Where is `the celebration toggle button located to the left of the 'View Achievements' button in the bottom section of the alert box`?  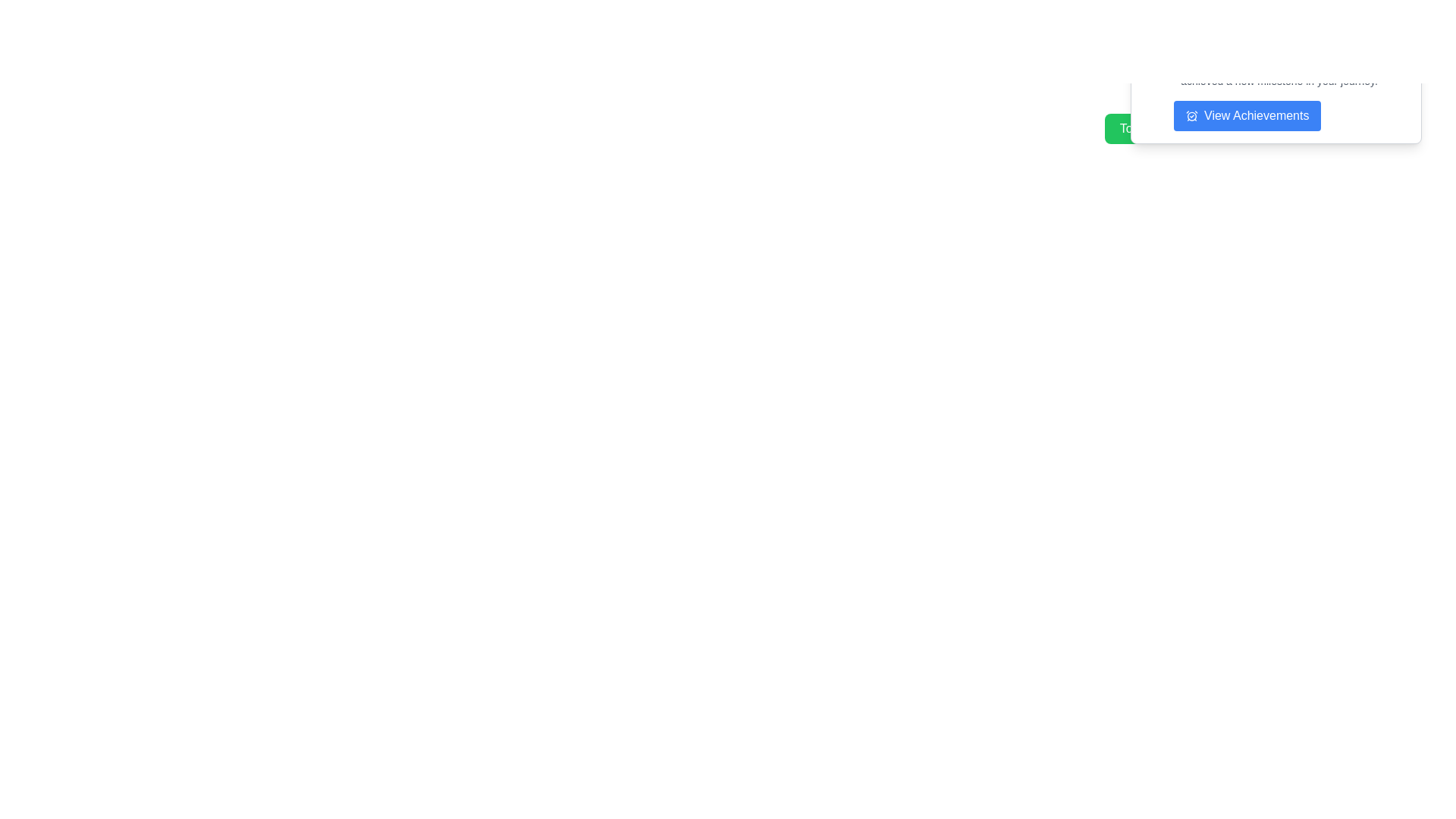
the celebration toggle button located to the left of the 'View Achievements' button in the bottom section of the alert box is located at coordinates (1169, 127).